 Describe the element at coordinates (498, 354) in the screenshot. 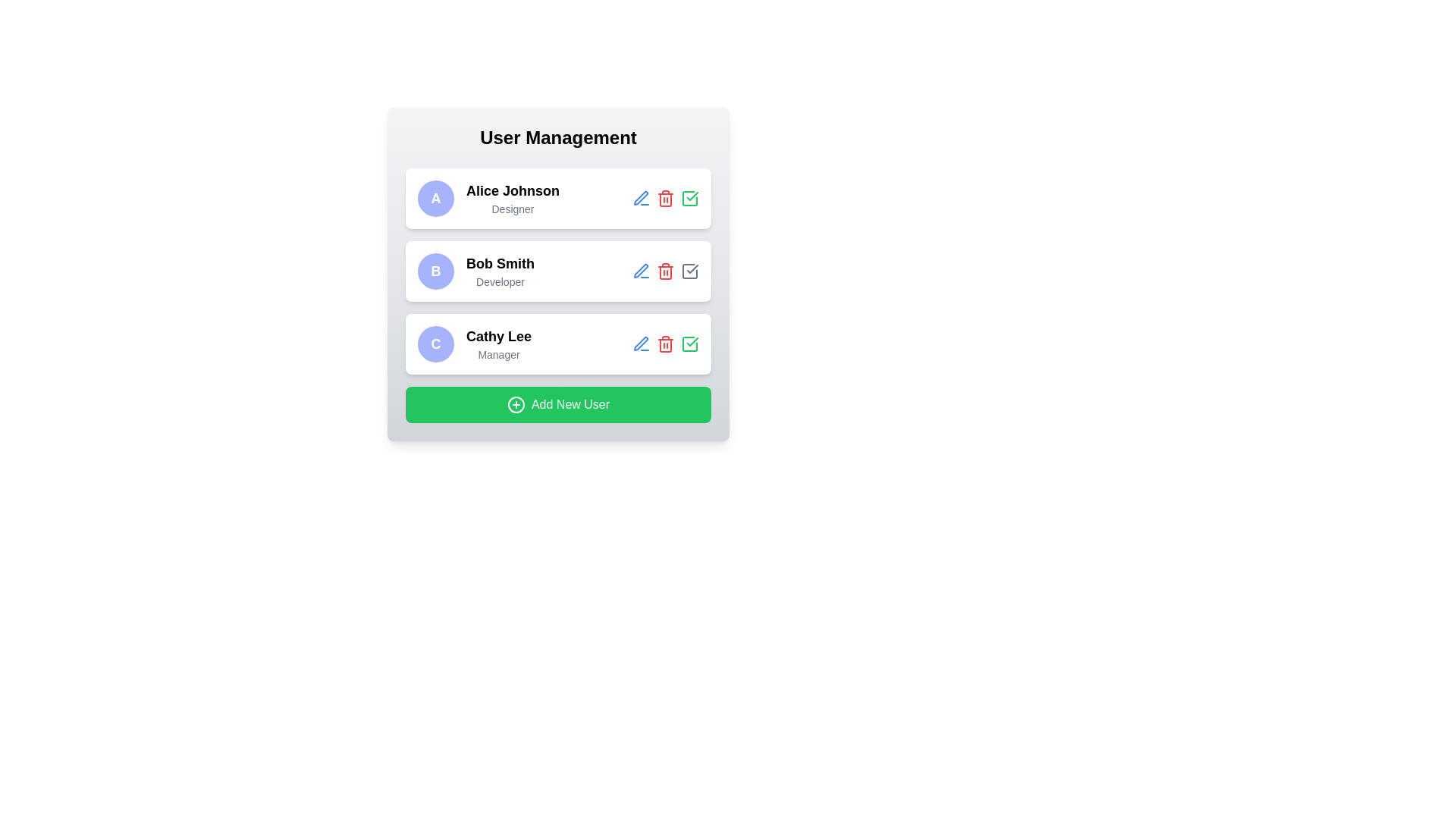

I see `the static text label displaying 'Manager' located below the bold 'Cathy Lee' identifier within the user card layout` at that location.